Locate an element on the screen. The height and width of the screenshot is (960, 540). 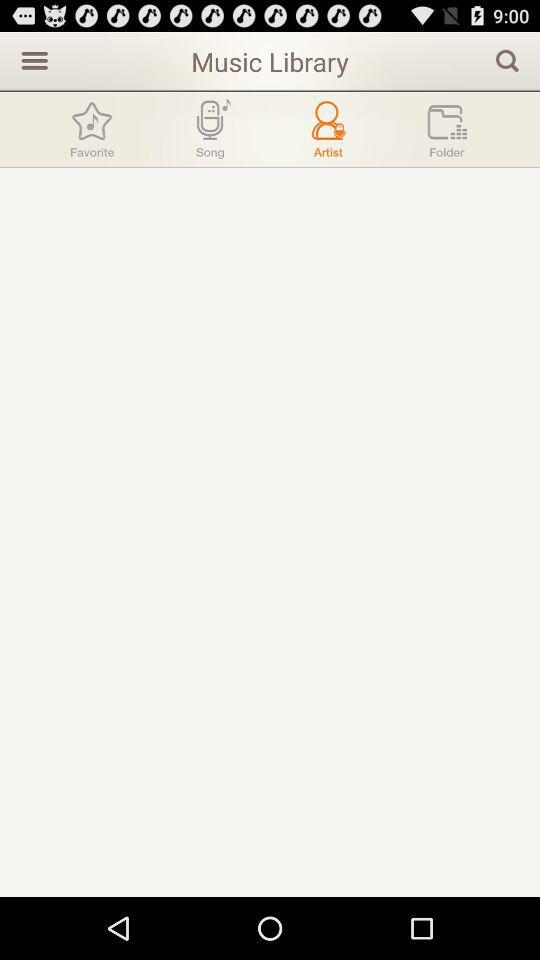
open song menu is located at coordinates (209, 128).